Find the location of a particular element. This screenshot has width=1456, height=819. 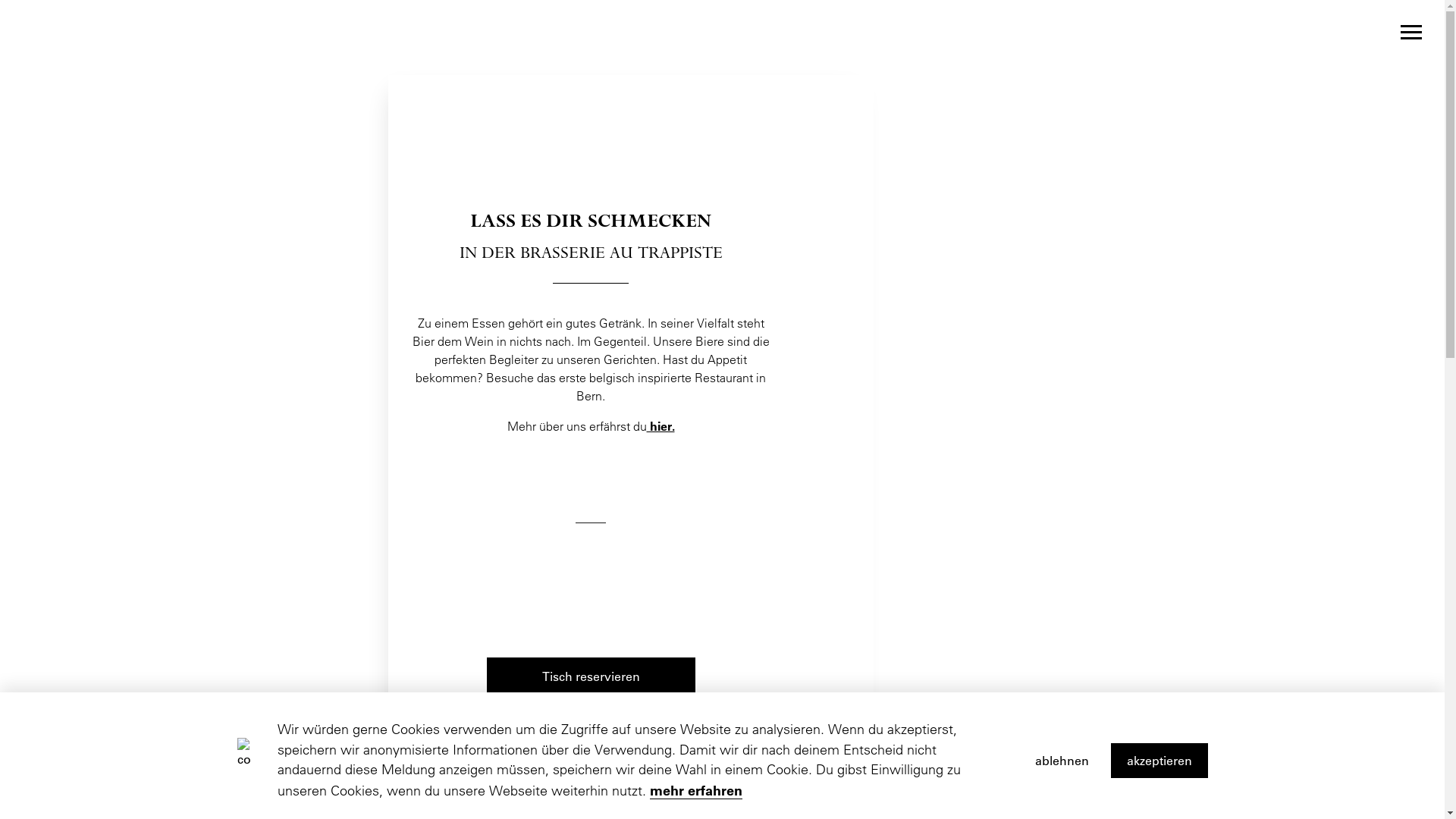

'akzeptieren' is located at coordinates (1157, 760).